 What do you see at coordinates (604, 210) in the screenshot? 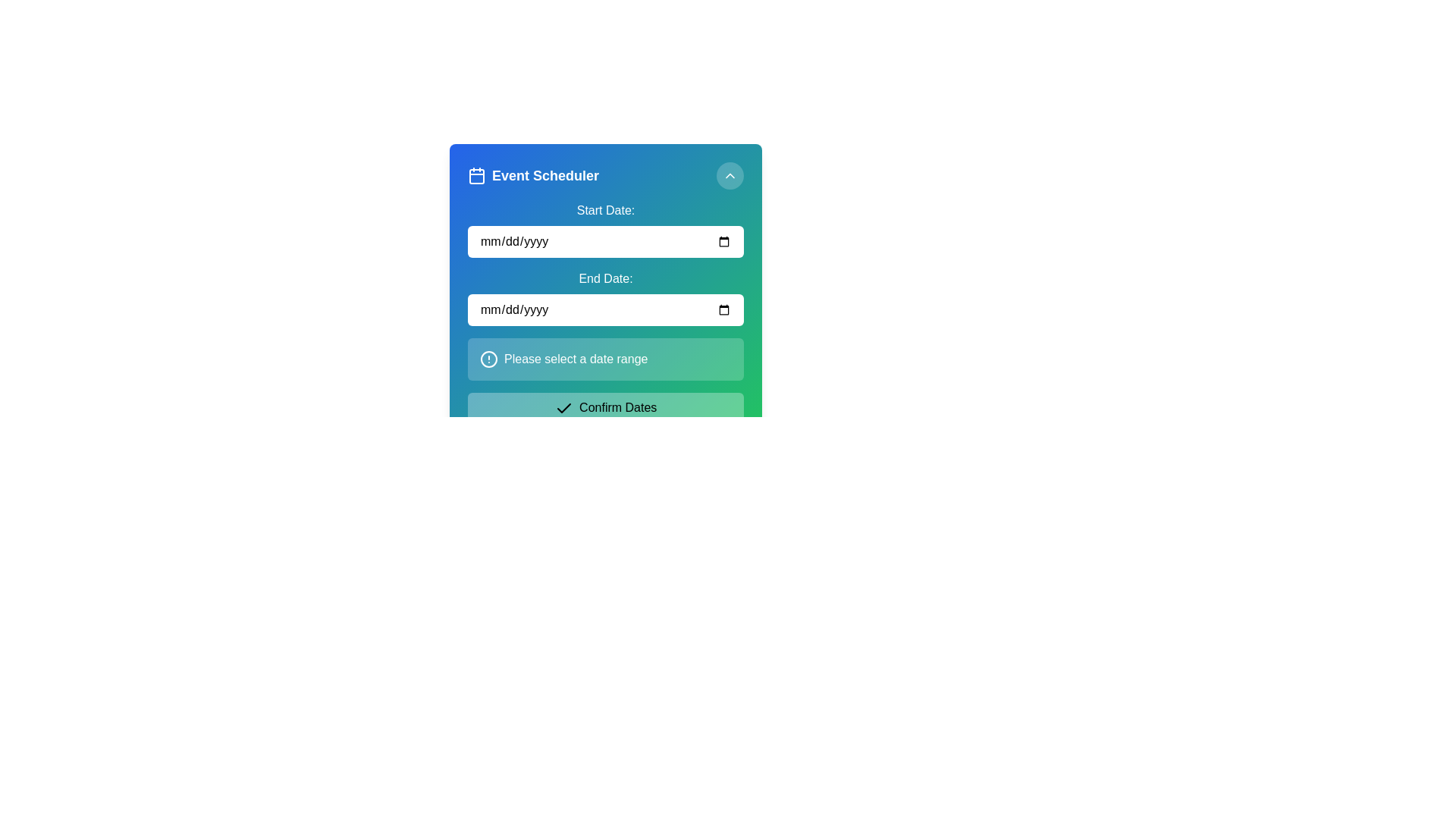
I see `the 'Start Date:' label, which displays the phrase in bold white font on a gradient blue-green background, located at the top section of a scheduling panel` at bounding box center [604, 210].